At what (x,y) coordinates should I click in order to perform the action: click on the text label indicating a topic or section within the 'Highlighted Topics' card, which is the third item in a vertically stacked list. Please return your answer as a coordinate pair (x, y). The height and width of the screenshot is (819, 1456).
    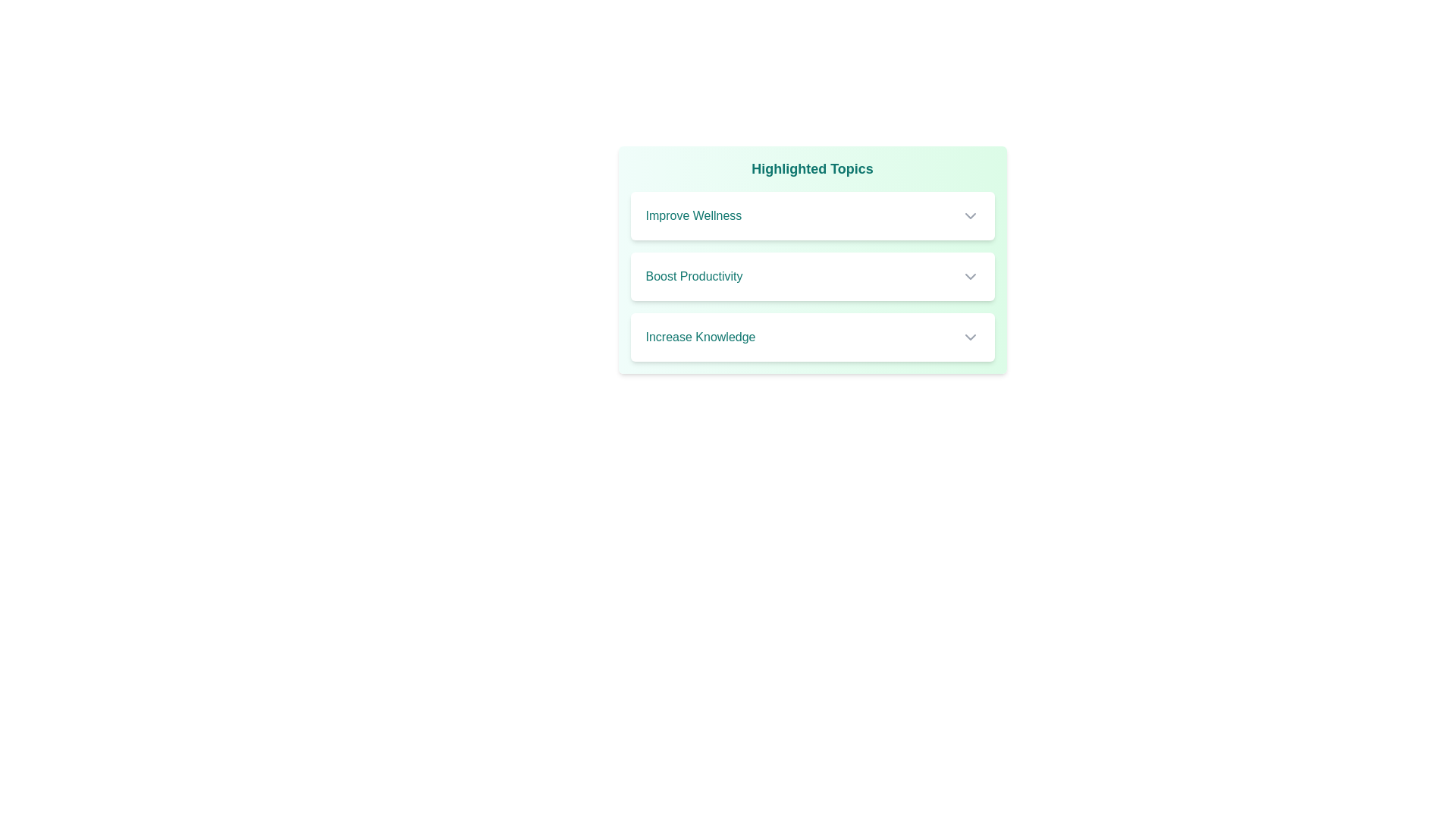
    Looking at the image, I should click on (699, 336).